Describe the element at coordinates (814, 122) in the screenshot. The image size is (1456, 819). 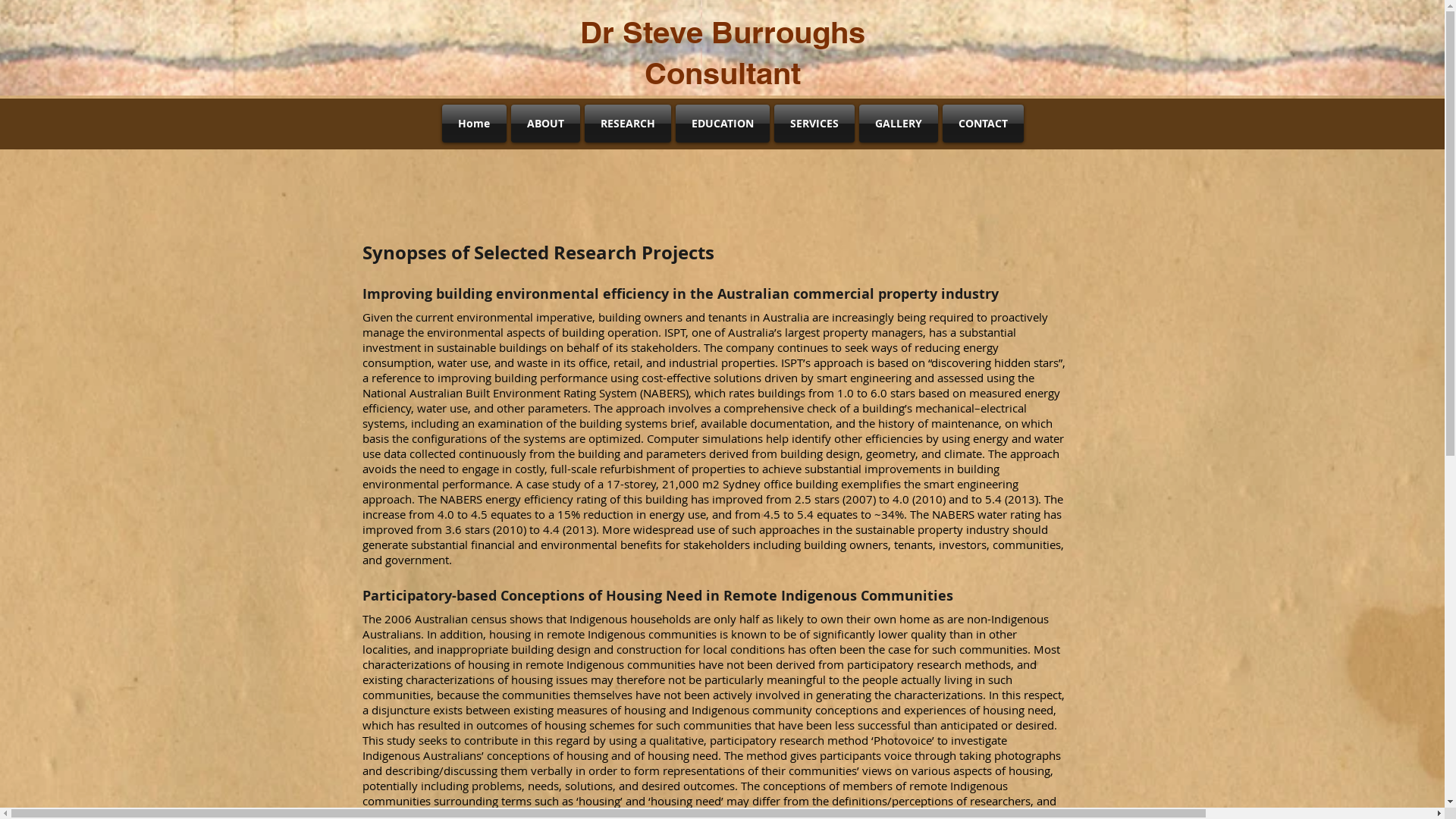
I see `'SERVICES'` at that location.